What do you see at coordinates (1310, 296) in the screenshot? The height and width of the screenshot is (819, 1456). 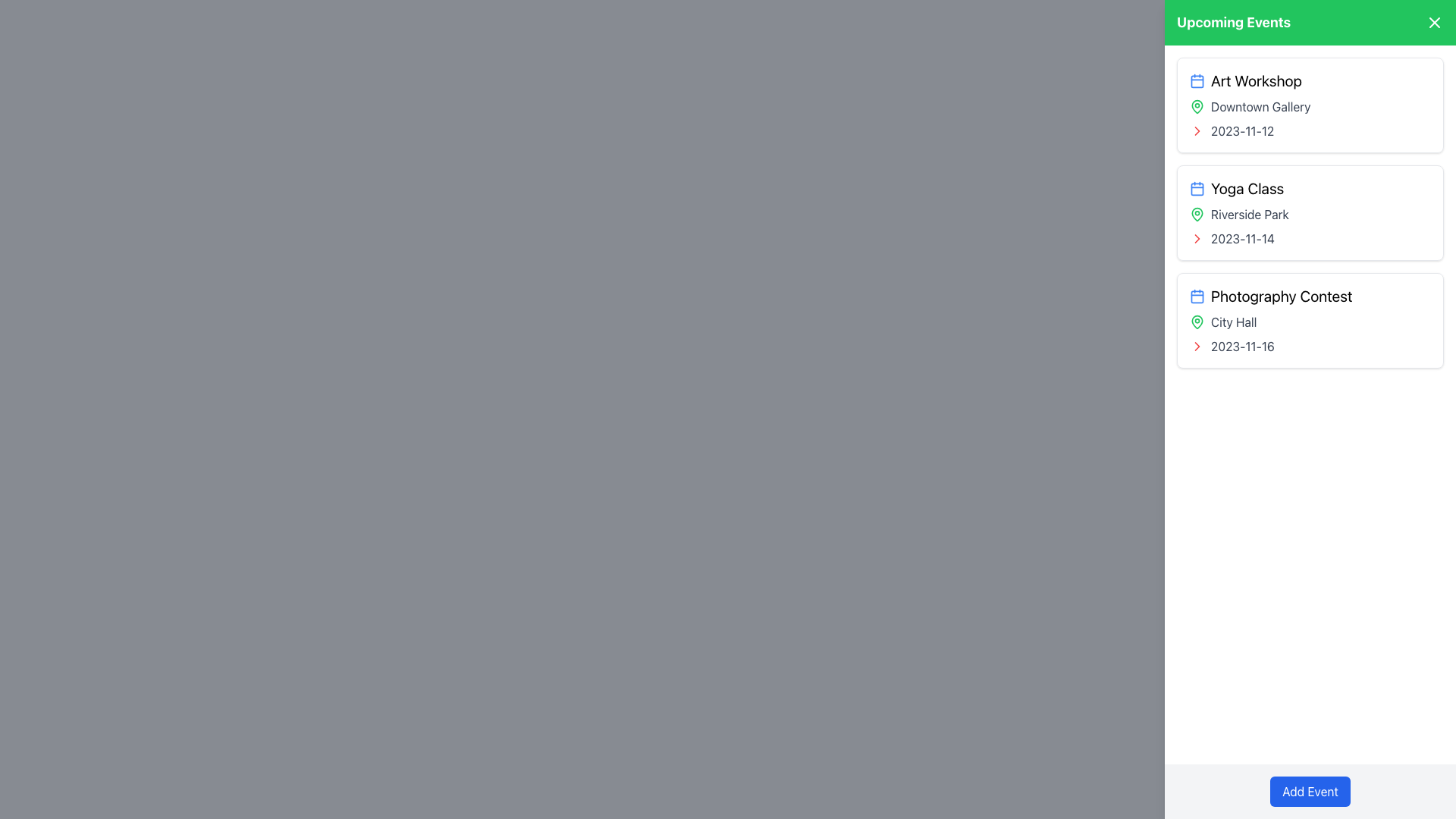 I see `text label displaying 'Photography Contest', which is located in the third item of the 'Upcoming Events' list in the right sidebar` at bounding box center [1310, 296].